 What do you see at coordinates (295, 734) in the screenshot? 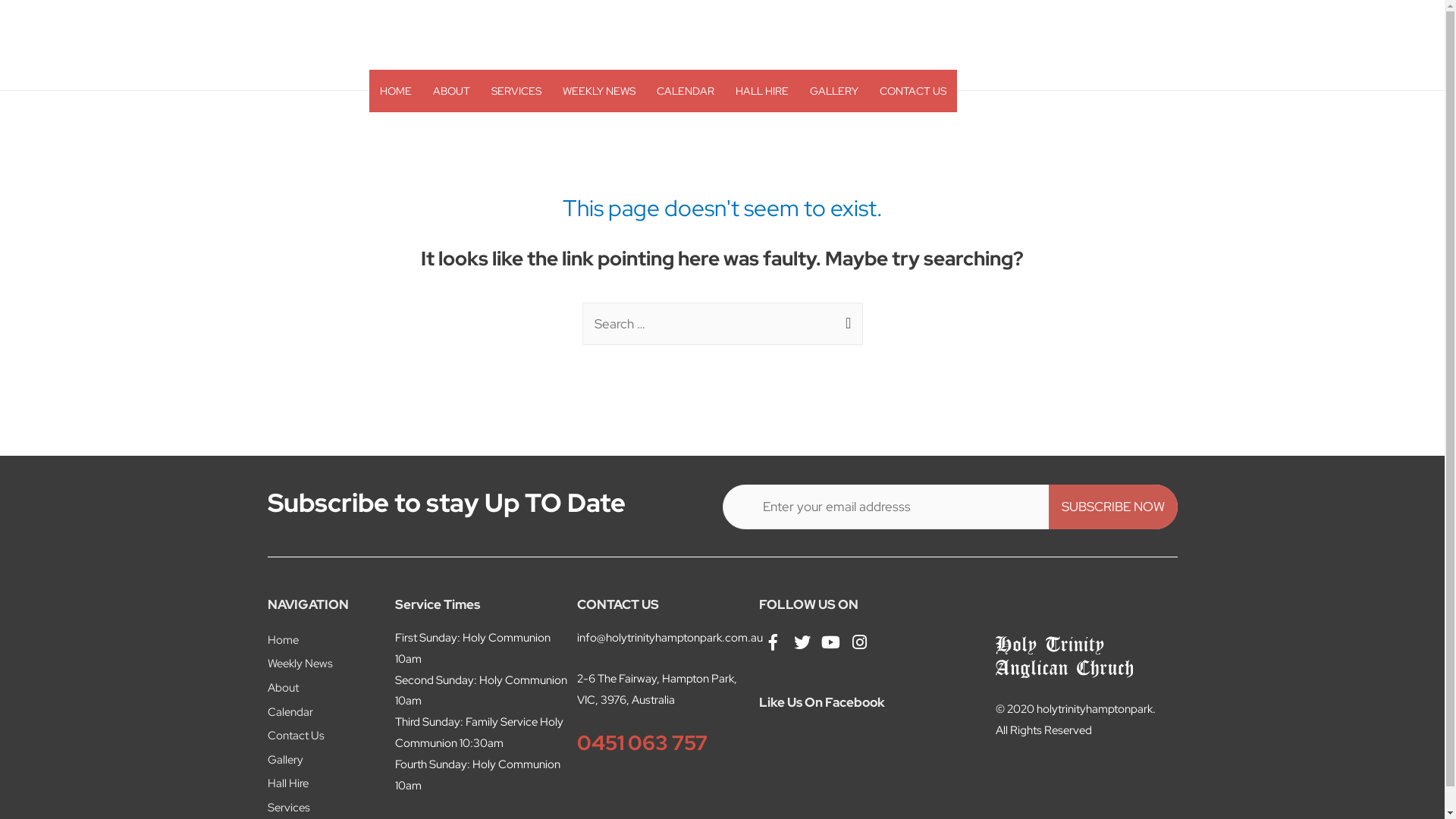
I see `'Contact Us'` at bounding box center [295, 734].